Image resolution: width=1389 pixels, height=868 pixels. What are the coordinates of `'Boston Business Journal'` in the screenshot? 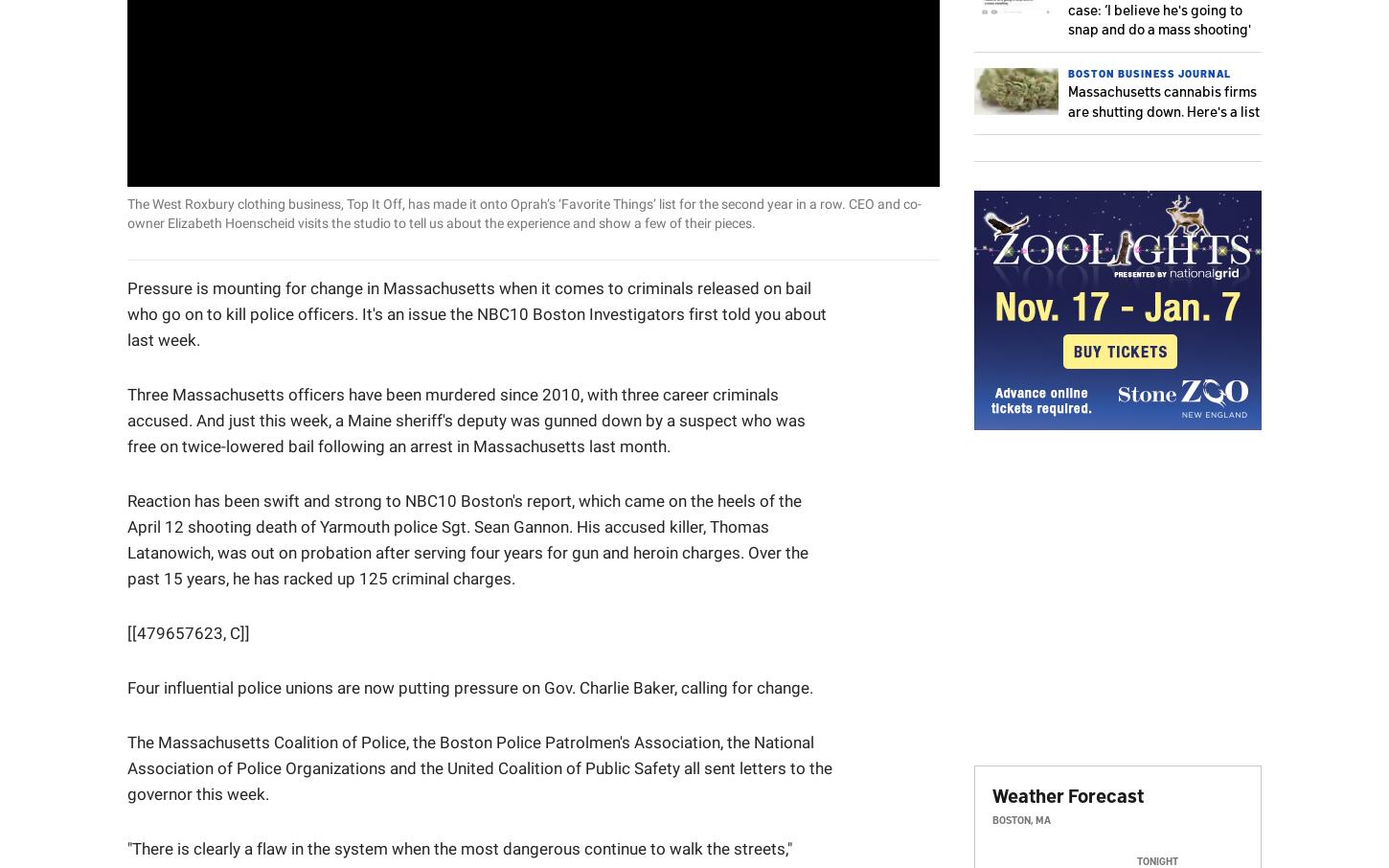 It's located at (1149, 73).